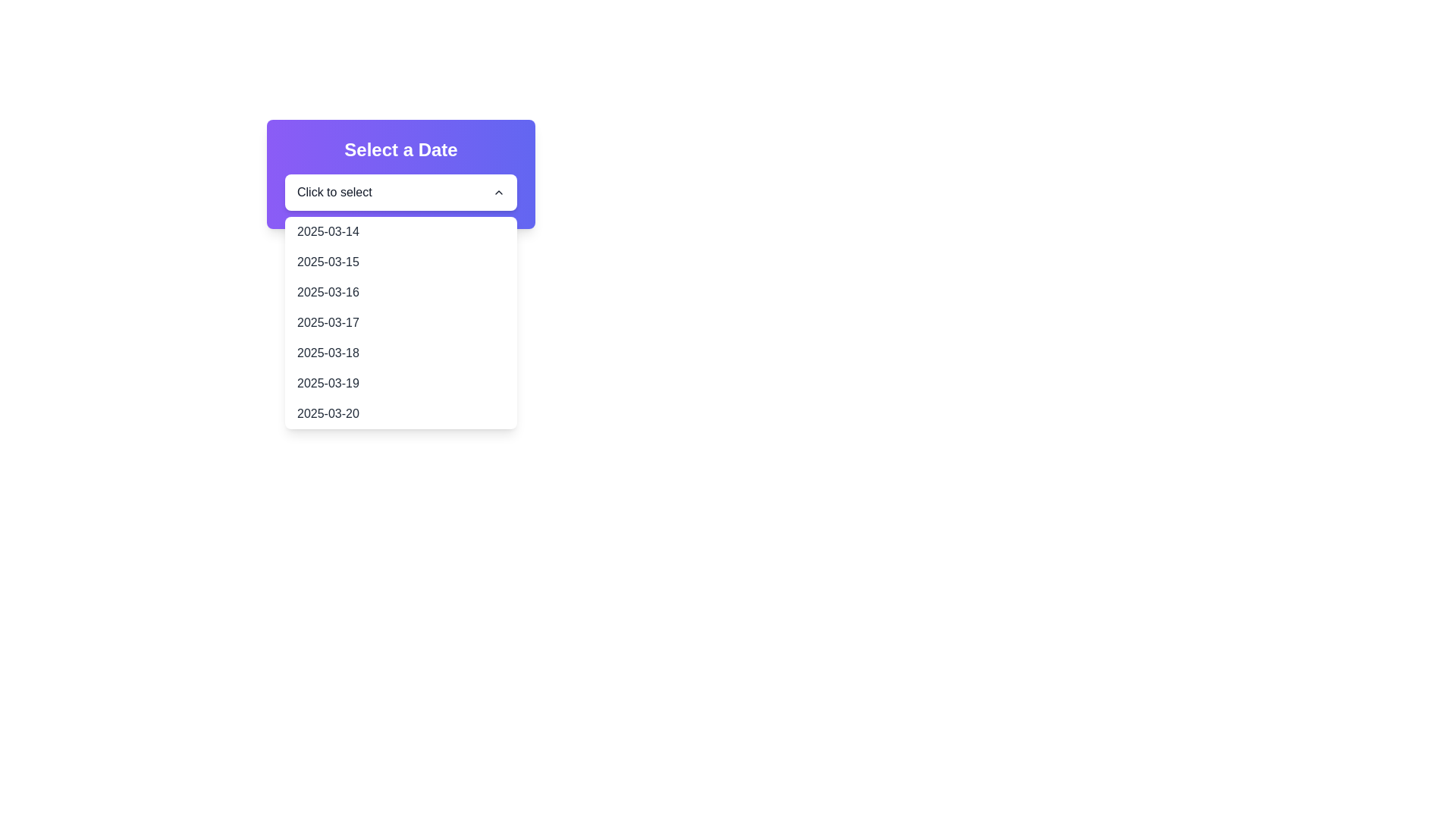  Describe the element at coordinates (400, 322) in the screenshot. I see `the fourth date item in the dropdown menu` at that location.